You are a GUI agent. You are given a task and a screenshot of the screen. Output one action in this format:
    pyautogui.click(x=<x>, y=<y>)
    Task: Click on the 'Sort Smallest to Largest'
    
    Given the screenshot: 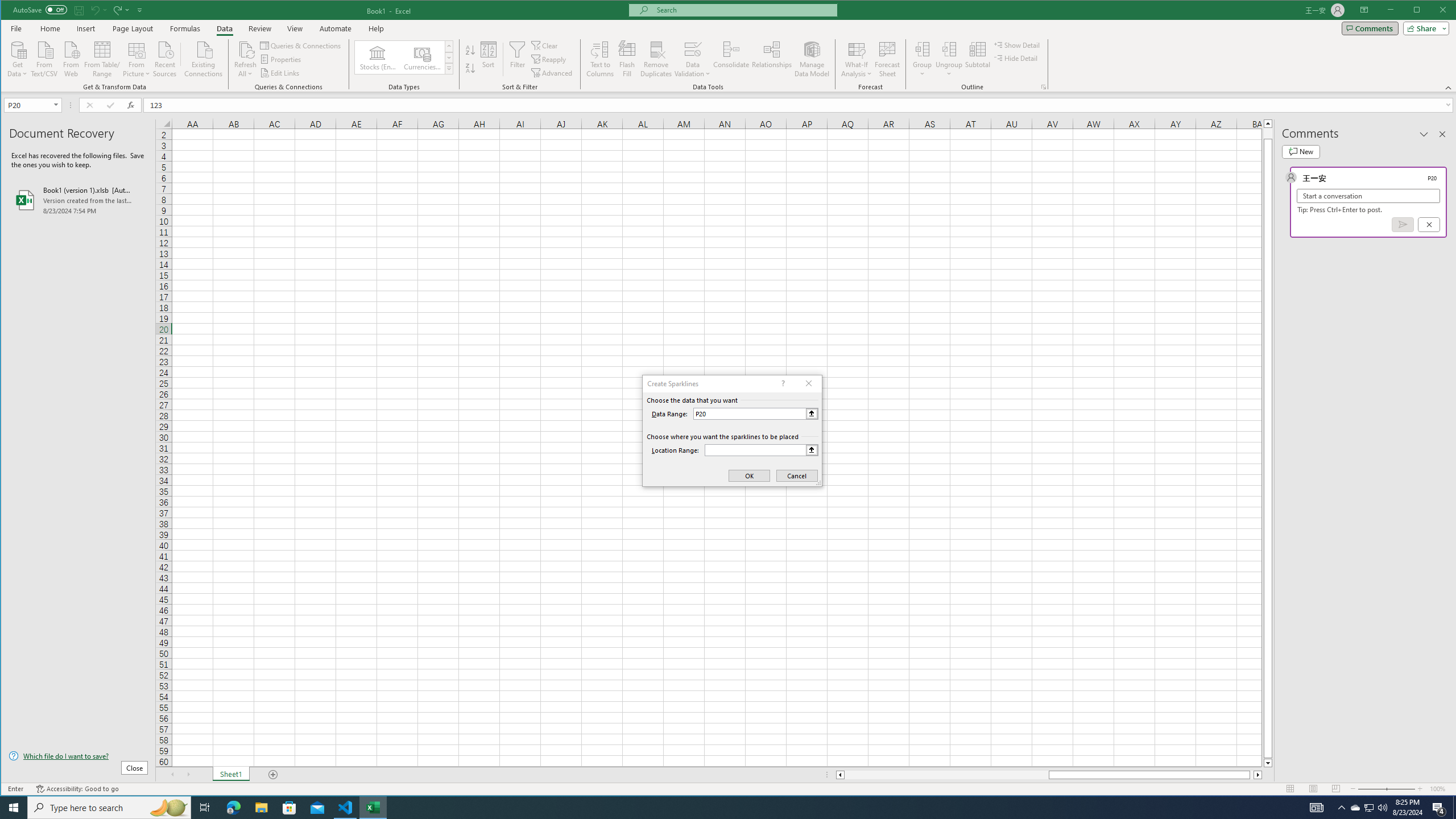 What is the action you would take?
    pyautogui.click(x=470, y=49)
    